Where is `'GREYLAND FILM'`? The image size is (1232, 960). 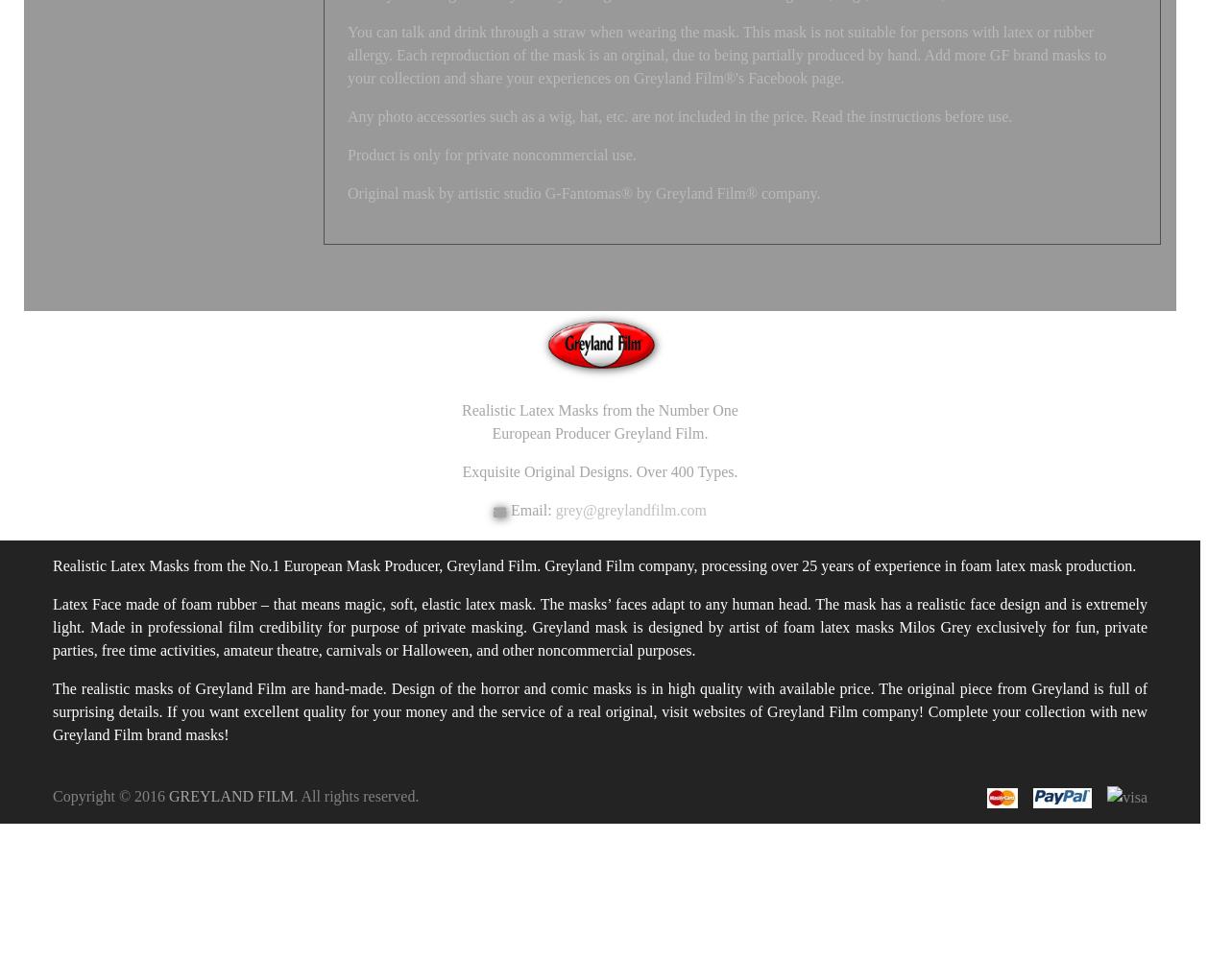 'GREYLAND FILM' is located at coordinates (168, 795).